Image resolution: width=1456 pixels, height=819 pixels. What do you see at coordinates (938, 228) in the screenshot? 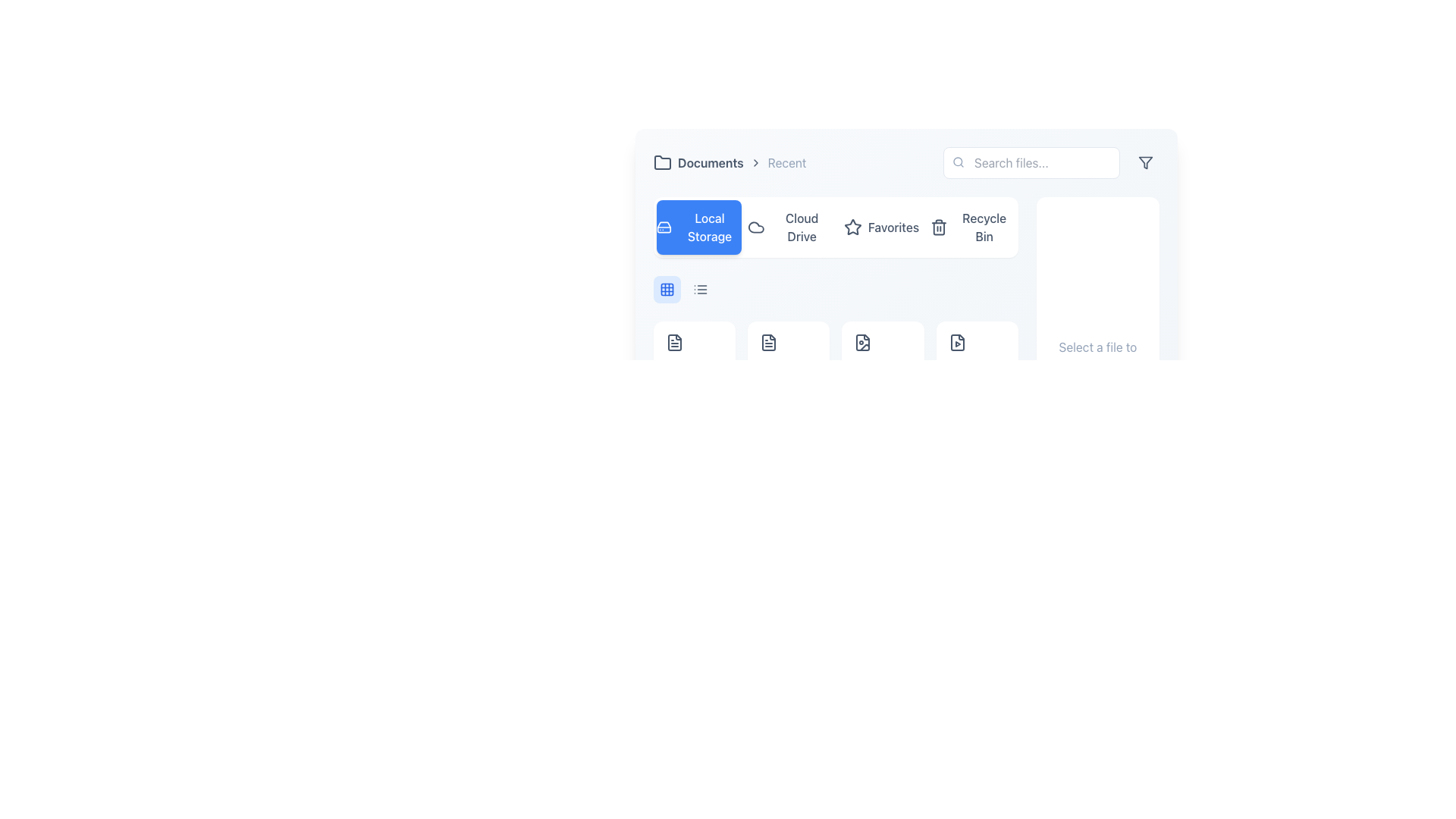
I see `the trash can icon's body element in the menu bar` at bounding box center [938, 228].